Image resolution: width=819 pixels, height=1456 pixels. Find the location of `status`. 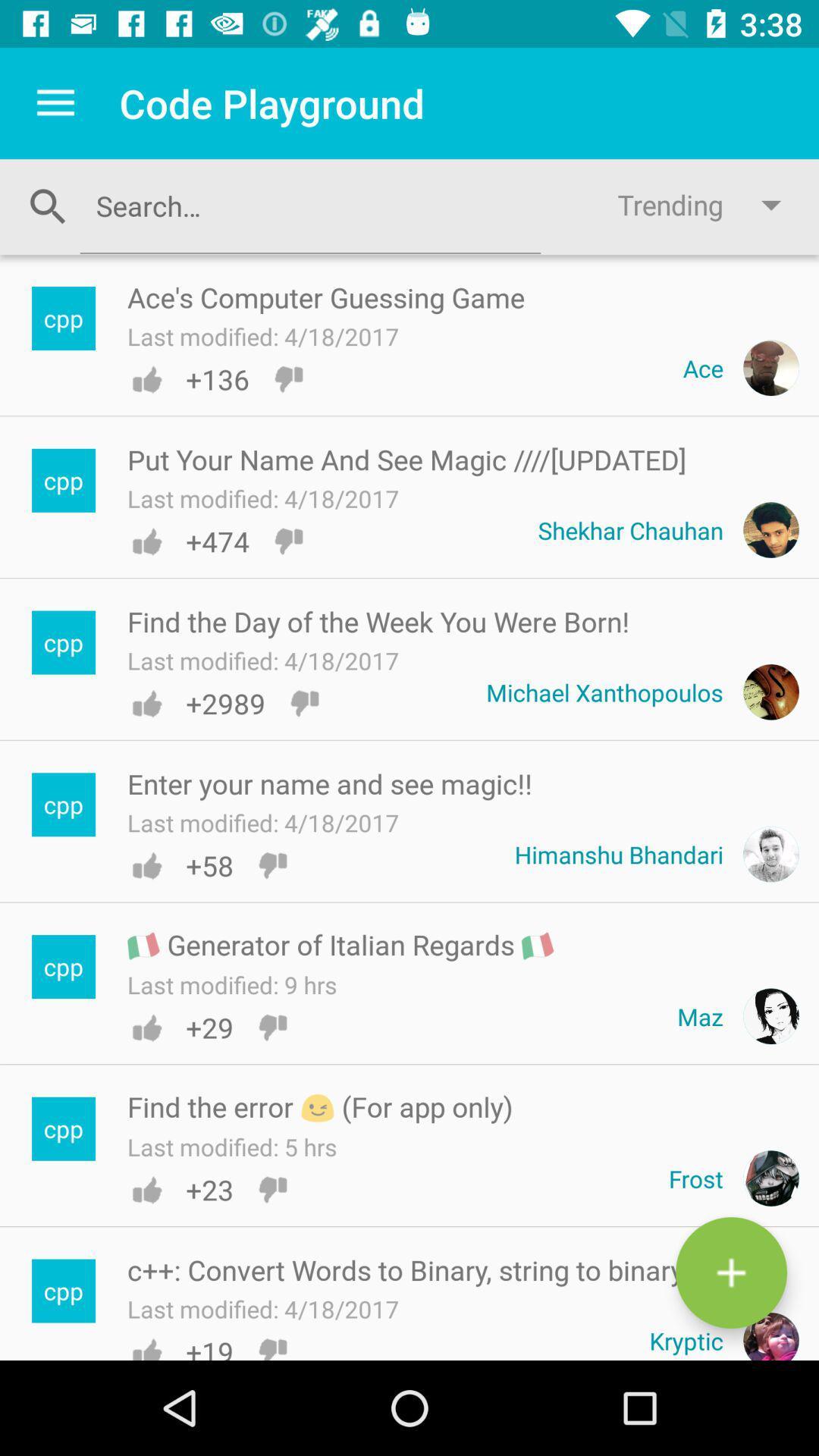

status is located at coordinates (730, 1272).